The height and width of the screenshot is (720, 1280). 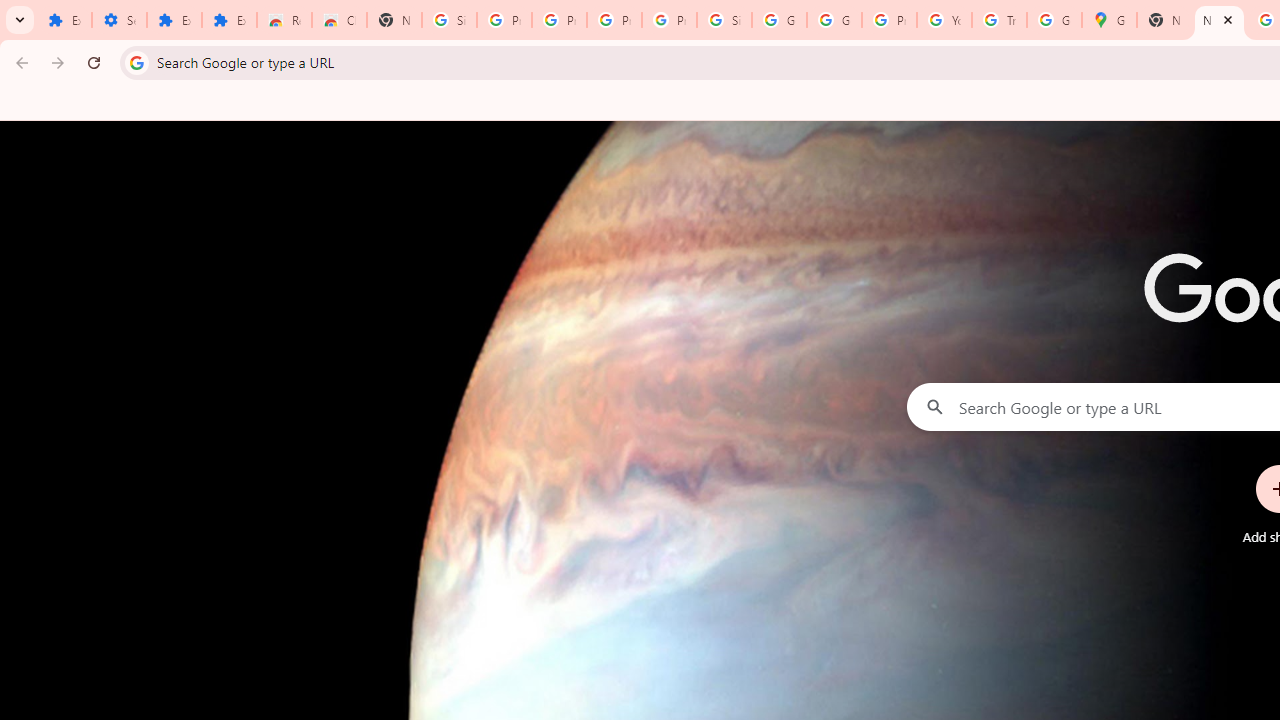 I want to click on 'Sign in - Google Accounts', so click(x=448, y=20).